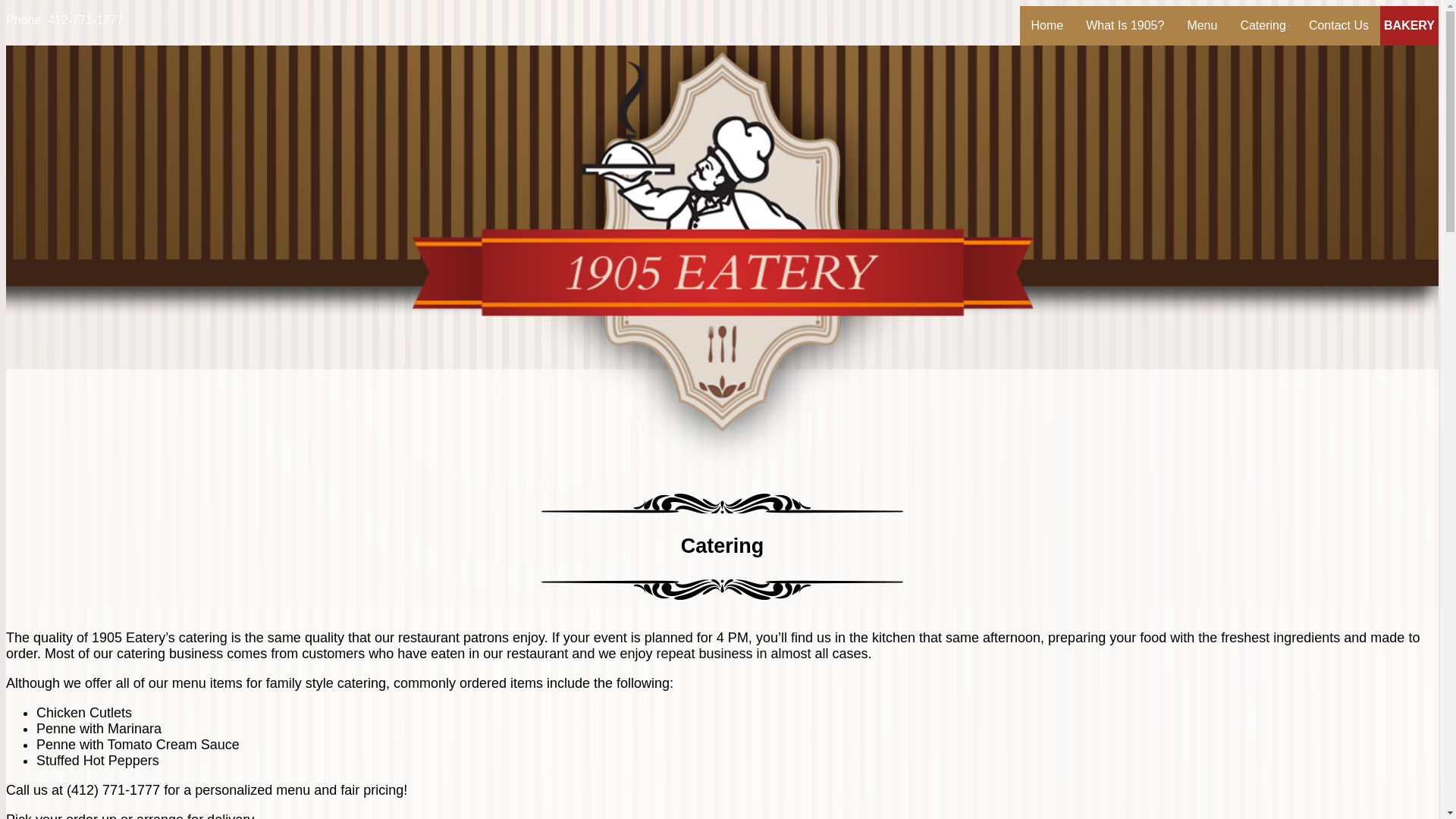 This screenshot has width=1456, height=819. What do you see at coordinates (1408, 26) in the screenshot?
I see `'BAKERY'` at bounding box center [1408, 26].